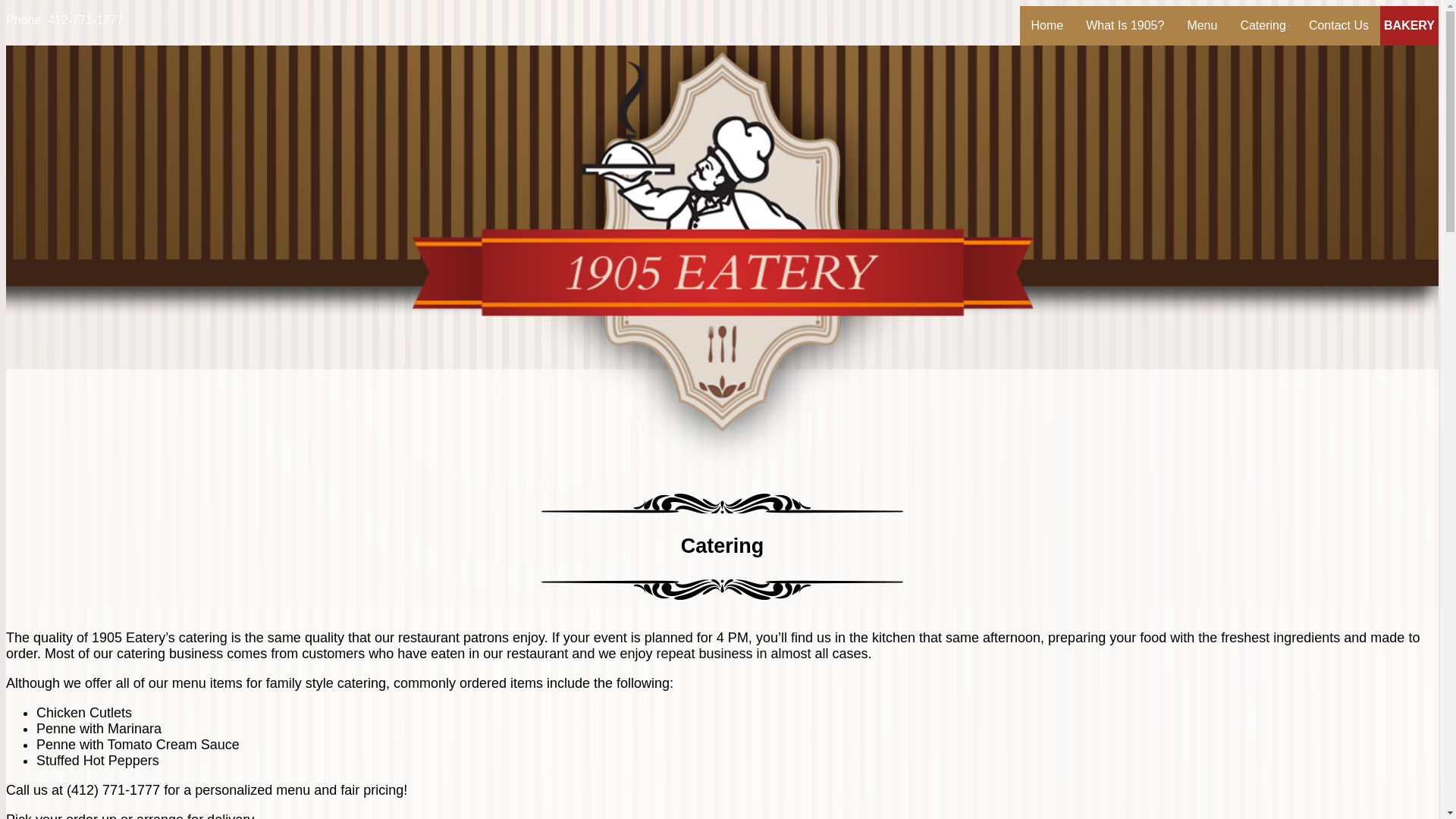 This screenshot has width=1456, height=819. What do you see at coordinates (1408, 26) in the screenshot?
I see `'BAKERY'` at bounding box center [1408, 26].